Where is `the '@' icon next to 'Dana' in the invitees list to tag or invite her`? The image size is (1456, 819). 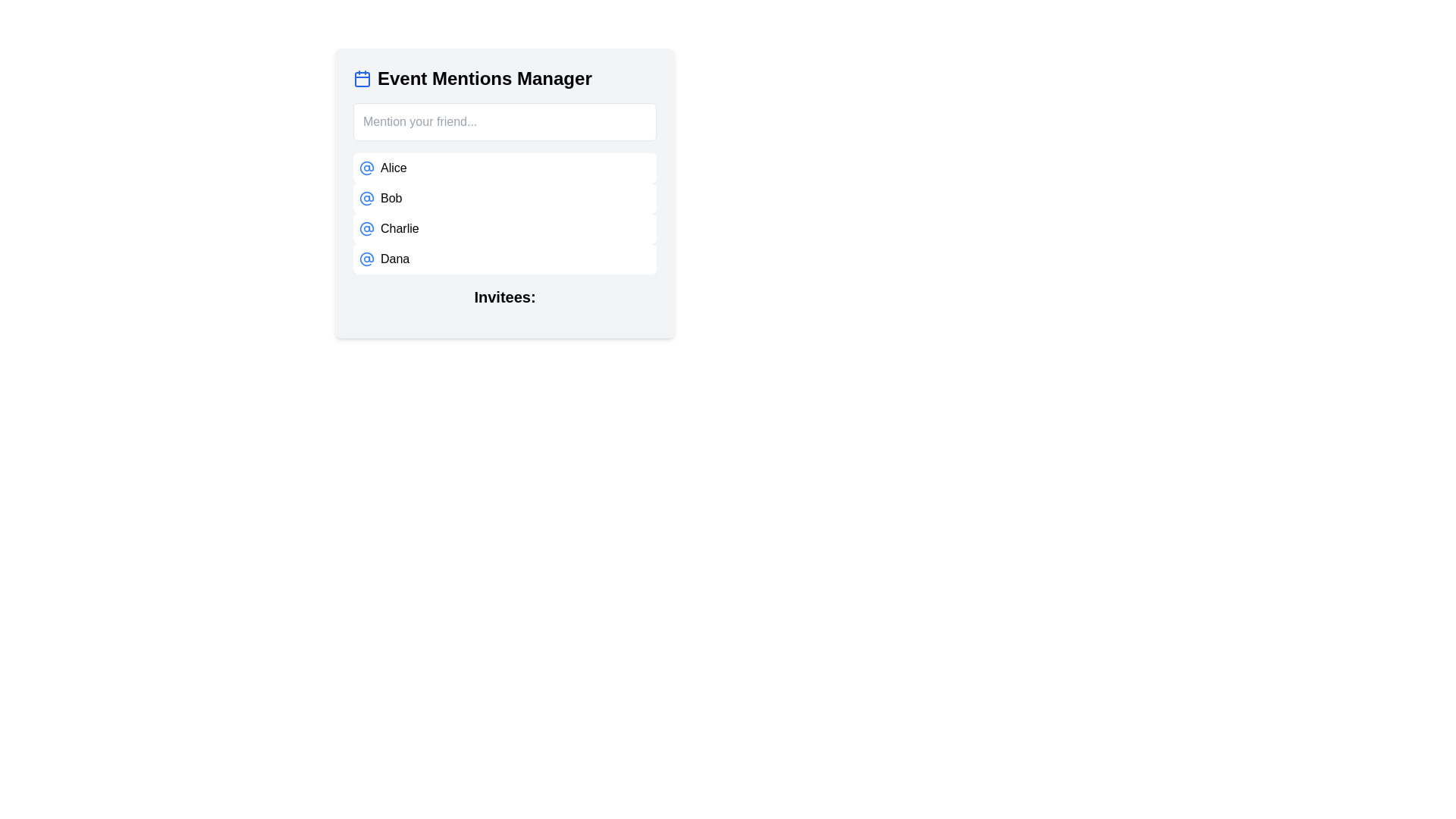
the '@' icon next to 'Dana' in the invitees list to tag or invite her is located at coordinates (367, 259).